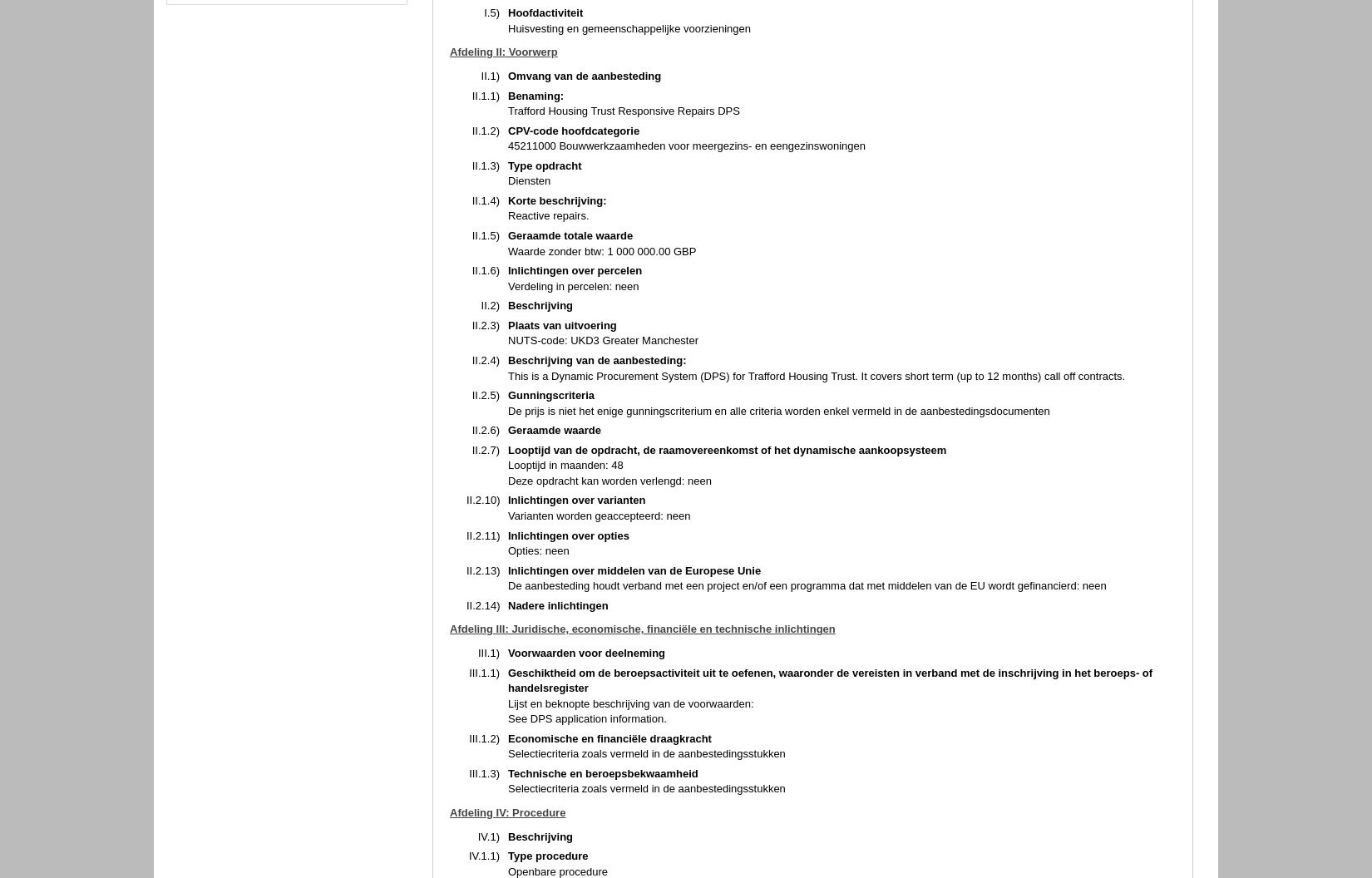 This screenshot has height=878, width=1372. What do you see at coordinates (674, 410) in the screenshot?
I see `'https://www.mytenders.co.uk/Search/Search_Switch.aspx?ID=213832'` at bounding box center [674, 410].